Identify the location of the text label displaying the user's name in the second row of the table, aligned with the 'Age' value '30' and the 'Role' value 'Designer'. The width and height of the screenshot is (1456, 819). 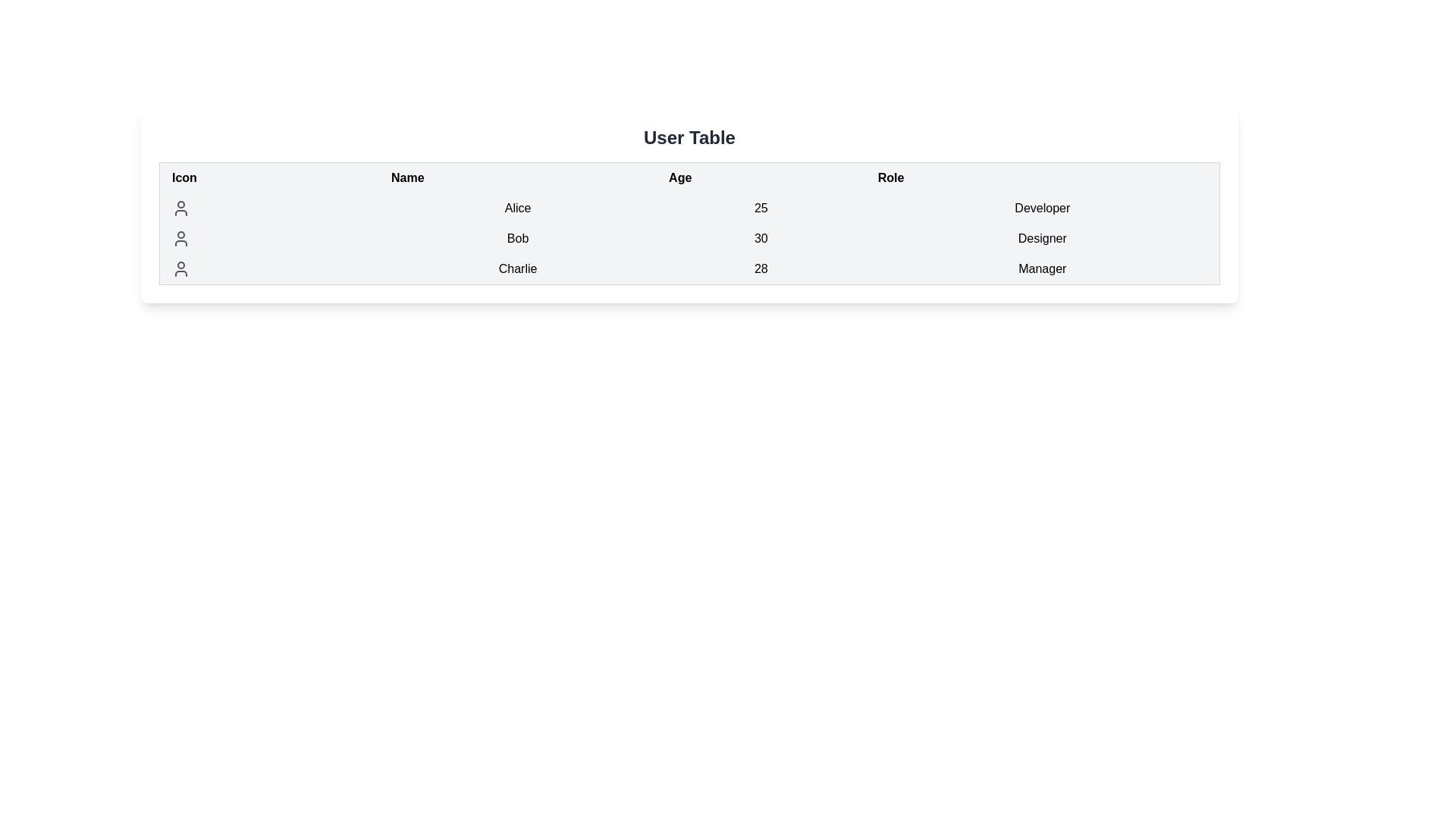
(518, 239).